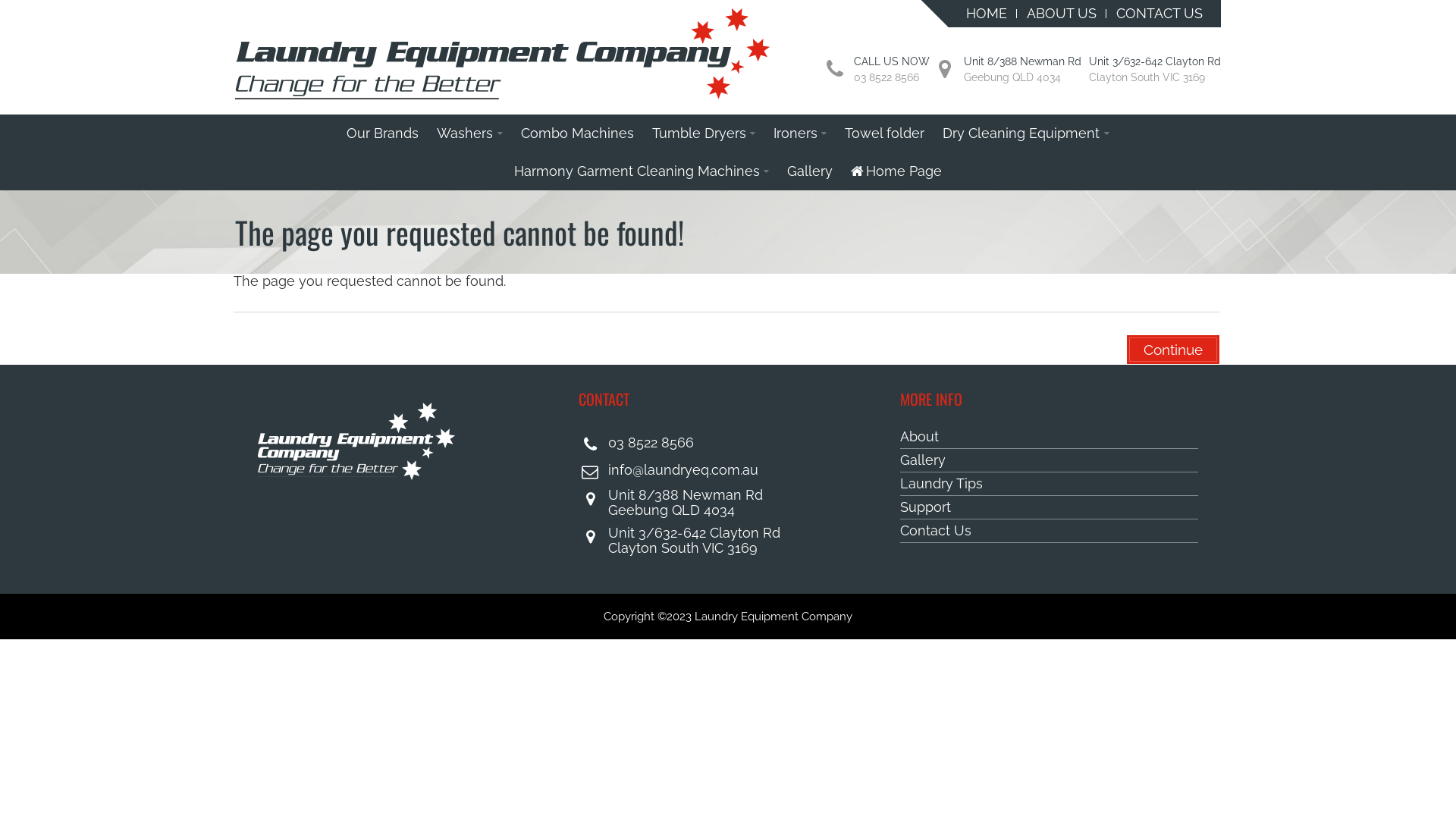 The image size is (1456, 819). What do you see at coordinates (1048, 484) in the screenshot?
I see `'Laundry Tips'` at bounding box center [1048, 484].